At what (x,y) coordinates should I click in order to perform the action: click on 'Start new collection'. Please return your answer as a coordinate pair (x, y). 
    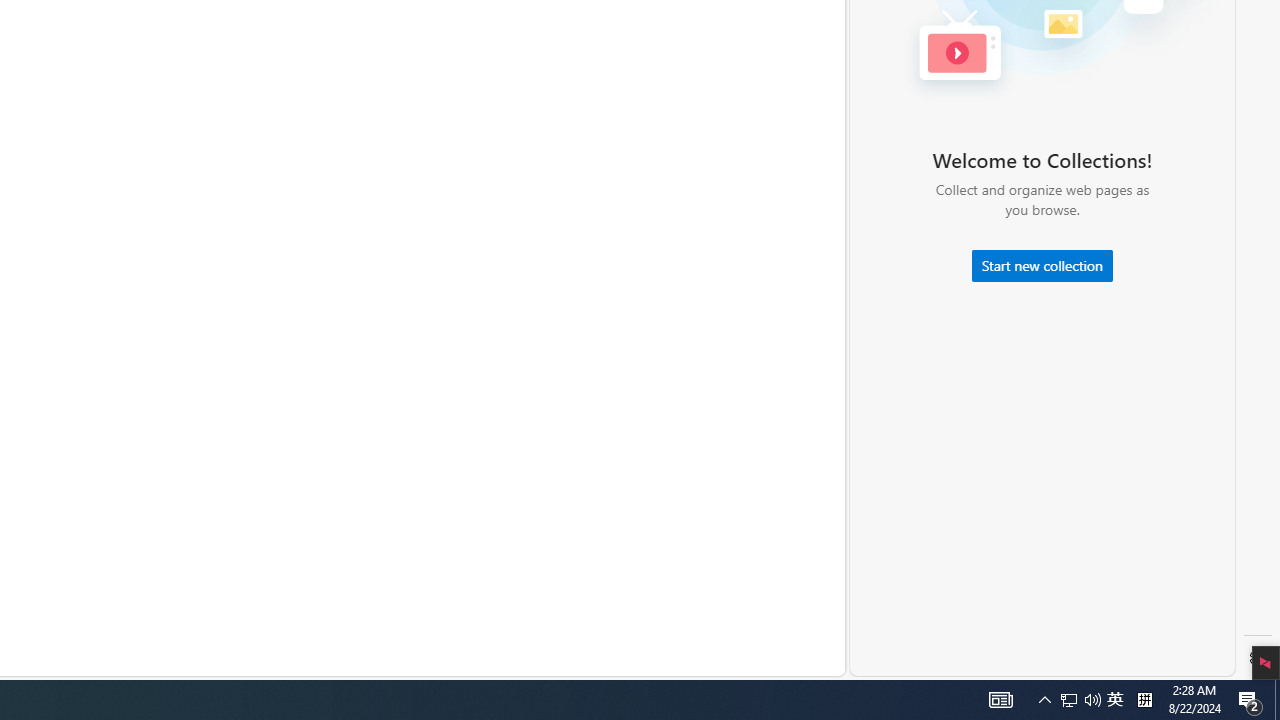
    Looking at the image, I should click on (1041, 264).